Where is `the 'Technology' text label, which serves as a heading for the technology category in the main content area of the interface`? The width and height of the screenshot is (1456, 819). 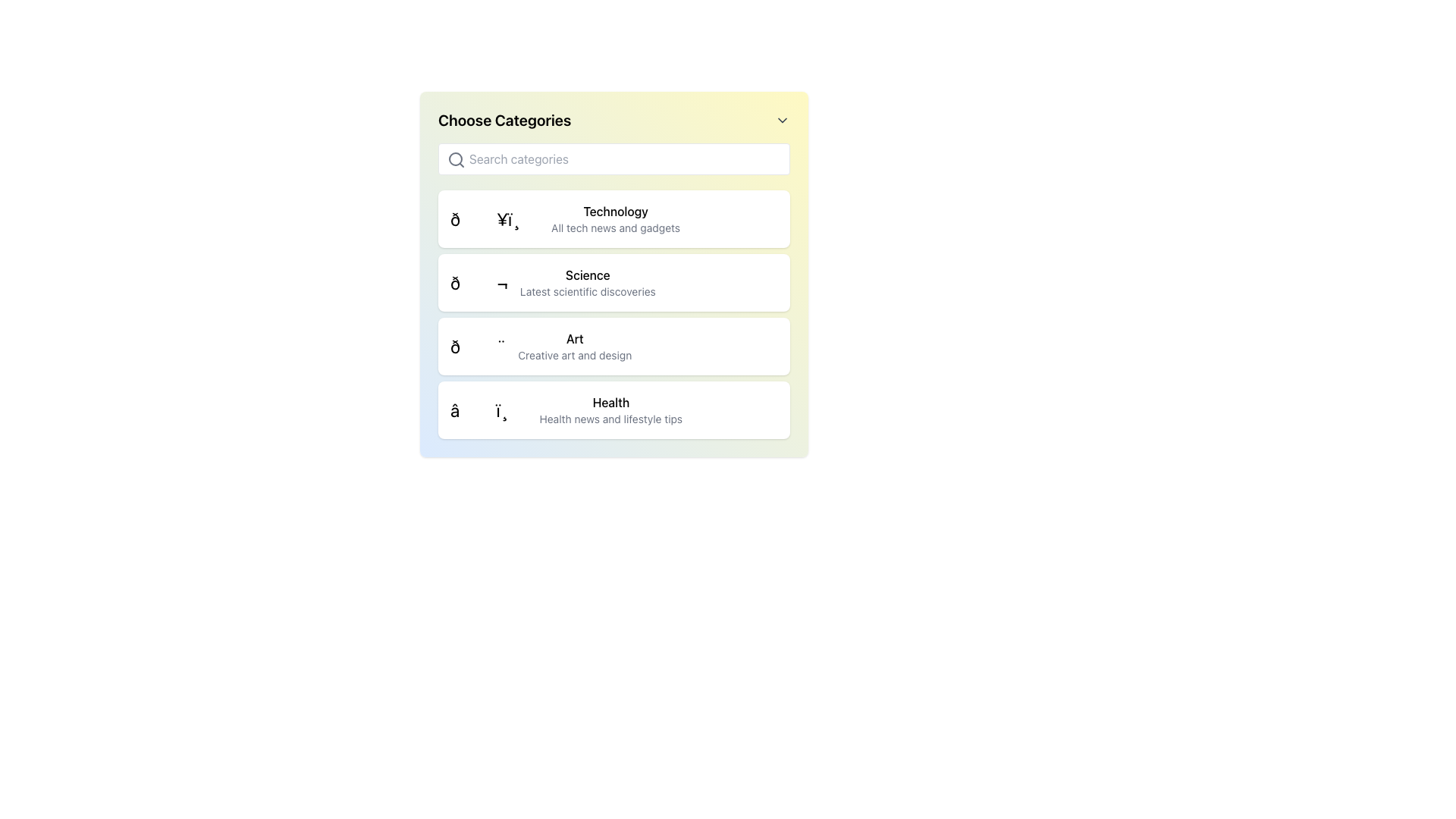 the 'Technology' text label, which serves as a heading for the technology category in the main content area of the interface is located at coordinates (616, 211).